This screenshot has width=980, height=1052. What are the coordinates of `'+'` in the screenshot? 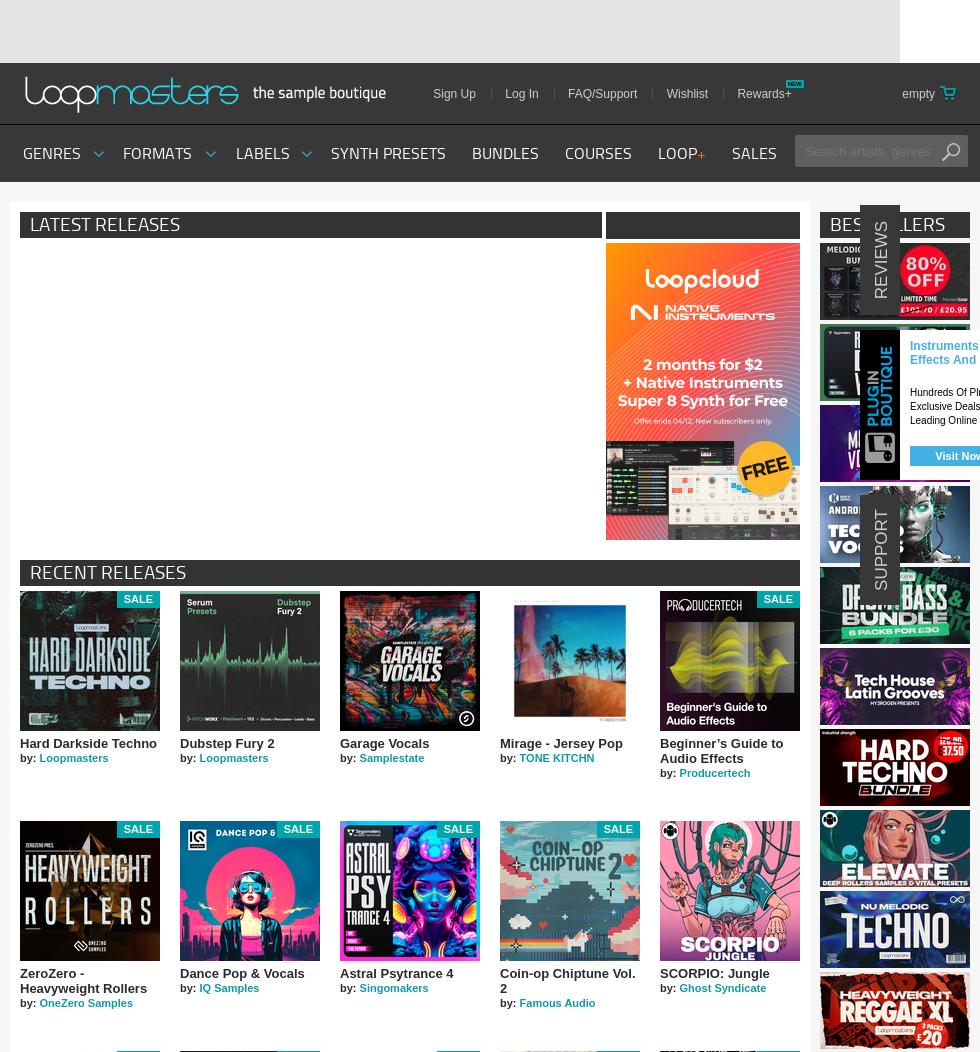 It's located at (701, 152).